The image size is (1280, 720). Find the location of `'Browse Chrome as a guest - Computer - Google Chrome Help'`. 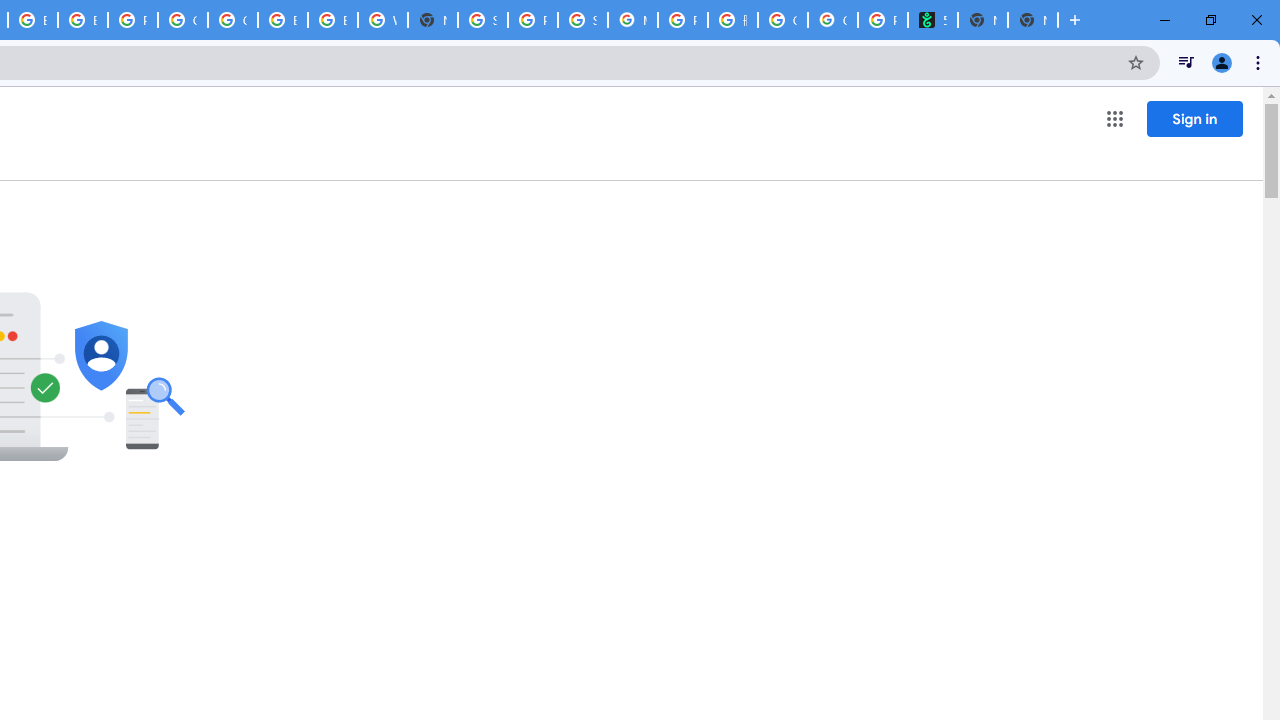

'Browse Chrome as a guest - Computer - Google Chrome Help' is located at coordinates (333, 20).